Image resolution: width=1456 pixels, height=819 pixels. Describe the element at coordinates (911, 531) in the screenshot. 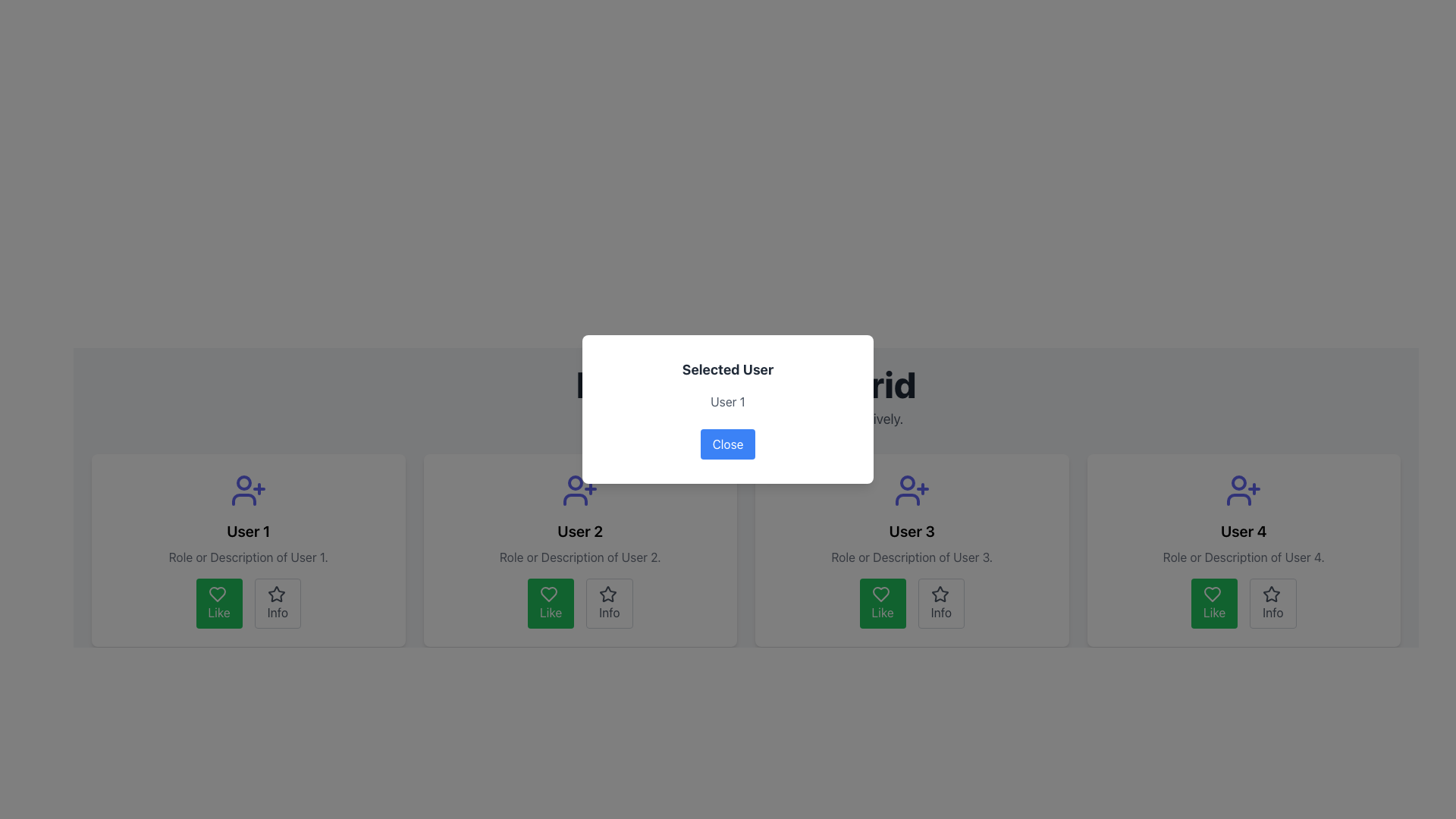

I see `the user name label located centrally within the user profile card, which is the third card in a row of user cards` at that location.